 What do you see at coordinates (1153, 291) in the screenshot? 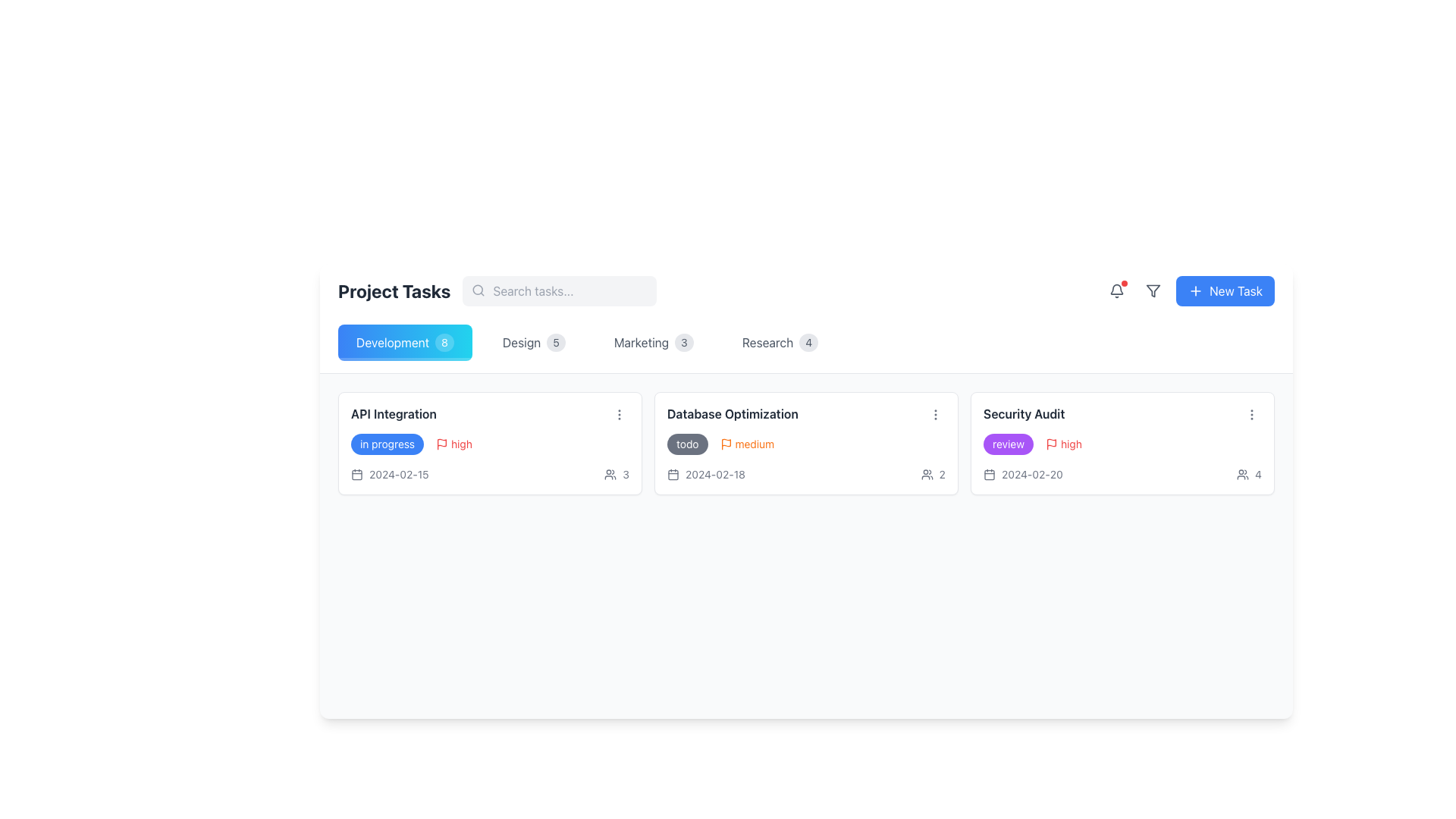
I see `the filter icon, which is a funnel-shaped element located in the upper-right corner of the interface` at bounding box center [1153, 291].